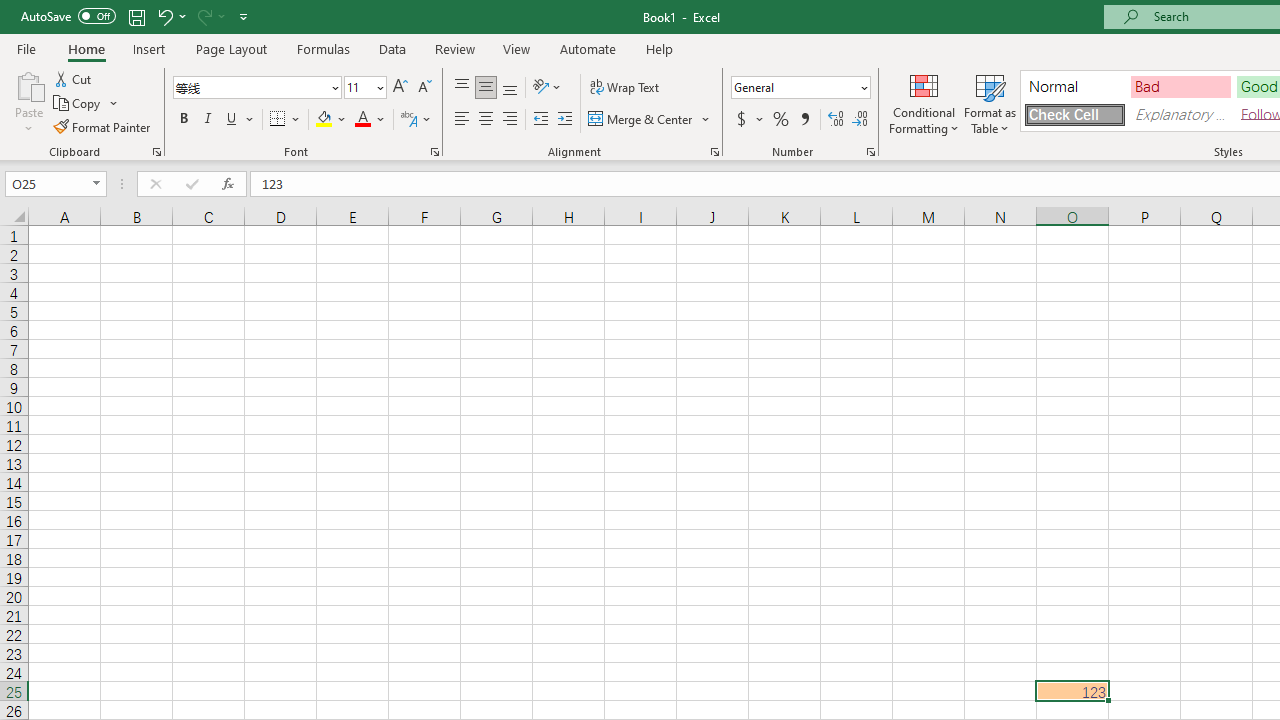 Image resolution: width=1280 pixels, height=720 pixels. Describe the element at coordinates (740, 119) in the screenshot. I see `'Accounting Number Format'` at that location.